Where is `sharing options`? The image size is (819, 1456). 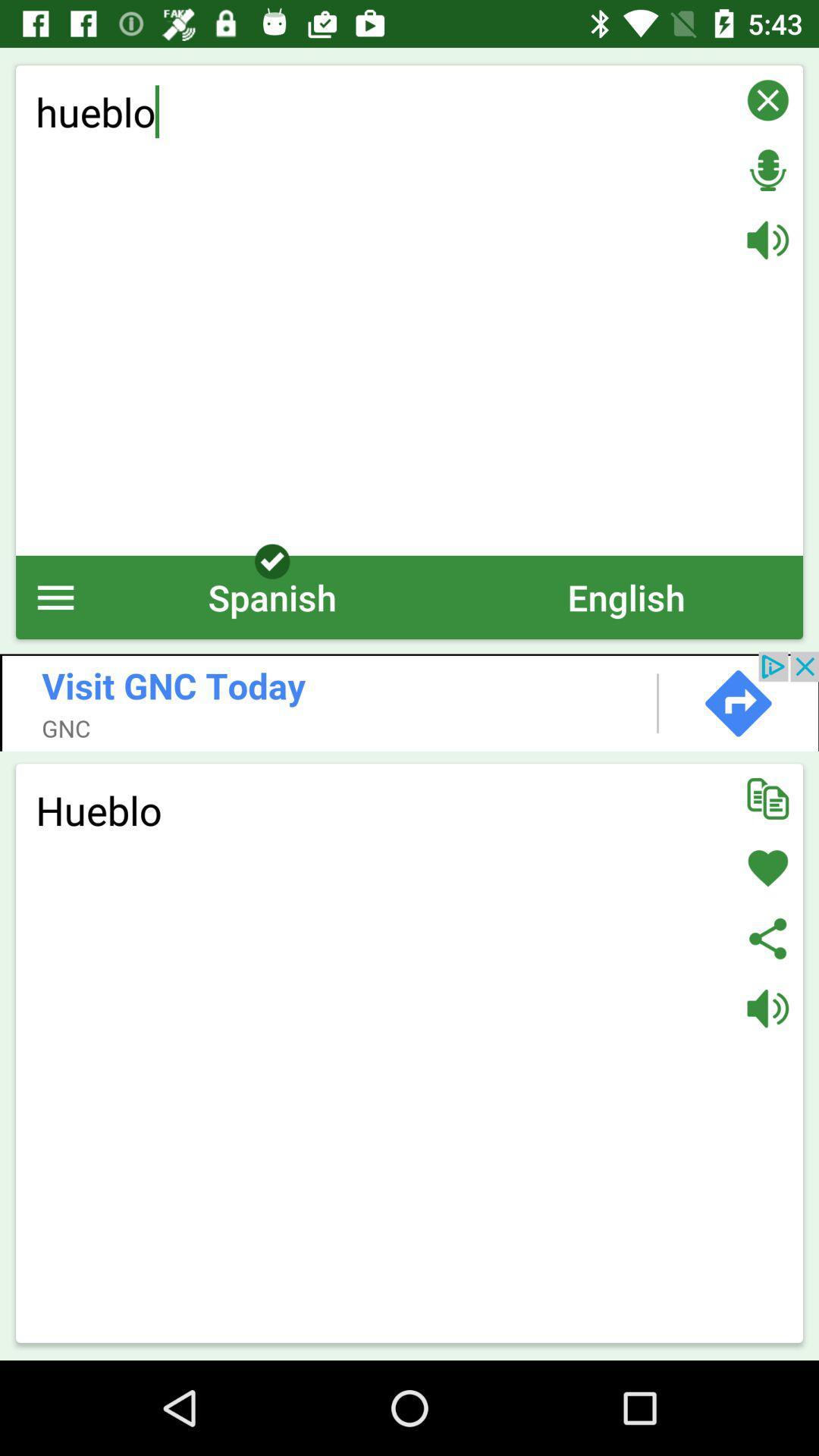 sharing options is located at coordinates (767, 937).